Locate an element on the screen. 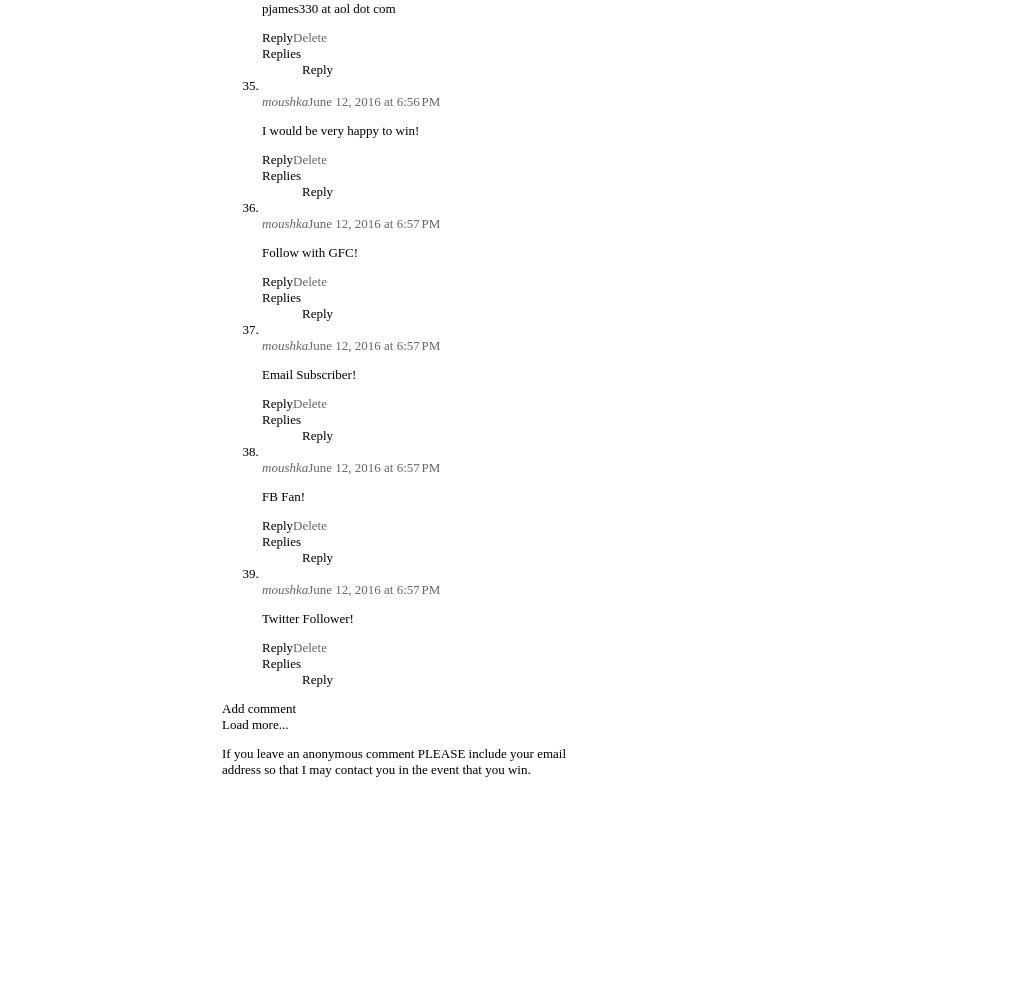 This screenshot has height=1003, width=1024. 'Add comment' is located at coordinates (258, 706).